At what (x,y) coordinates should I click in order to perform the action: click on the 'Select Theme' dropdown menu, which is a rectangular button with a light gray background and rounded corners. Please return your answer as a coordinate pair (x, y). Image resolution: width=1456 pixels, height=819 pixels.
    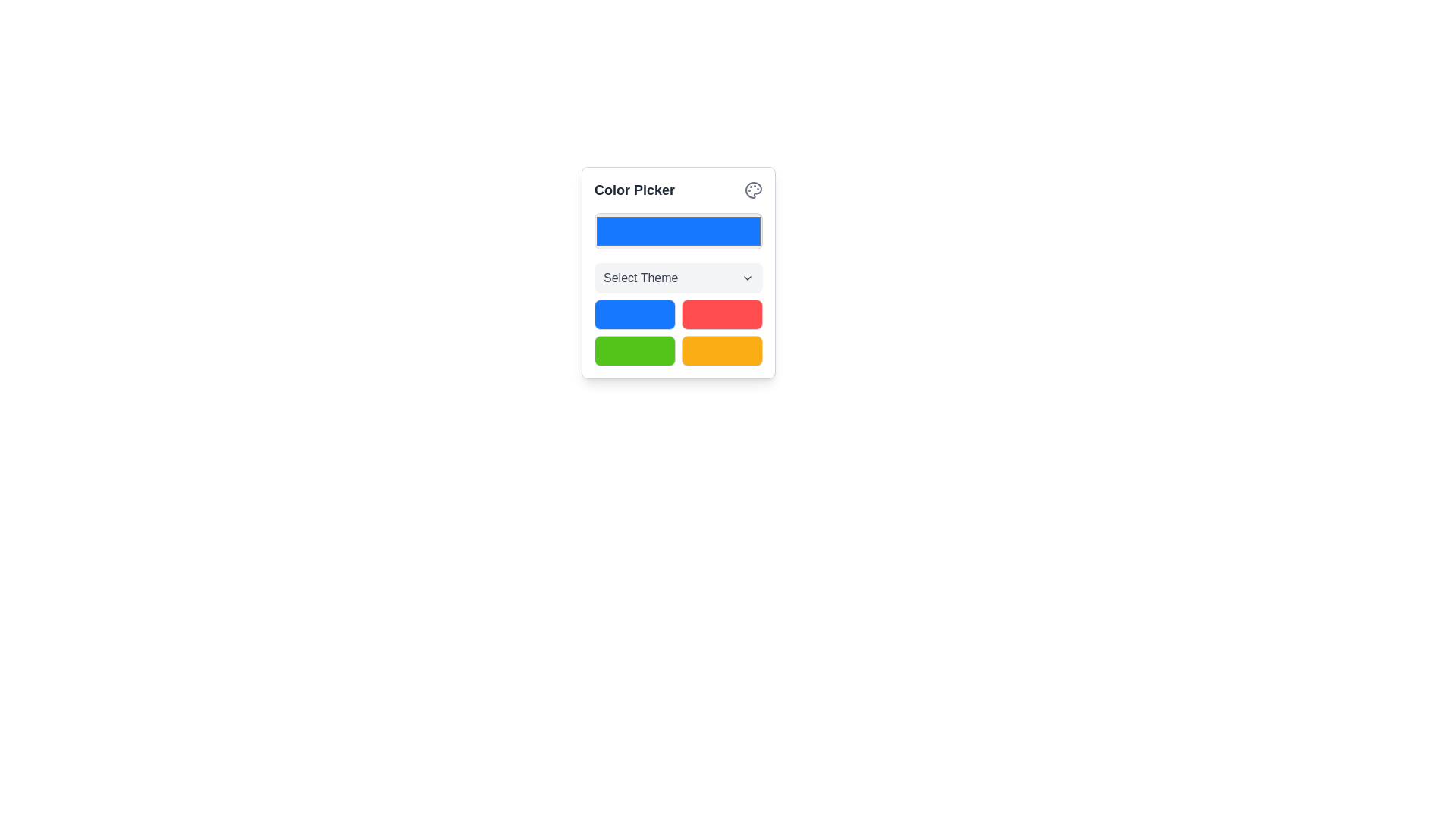
    Looking at the image, I should click on (677, 278).